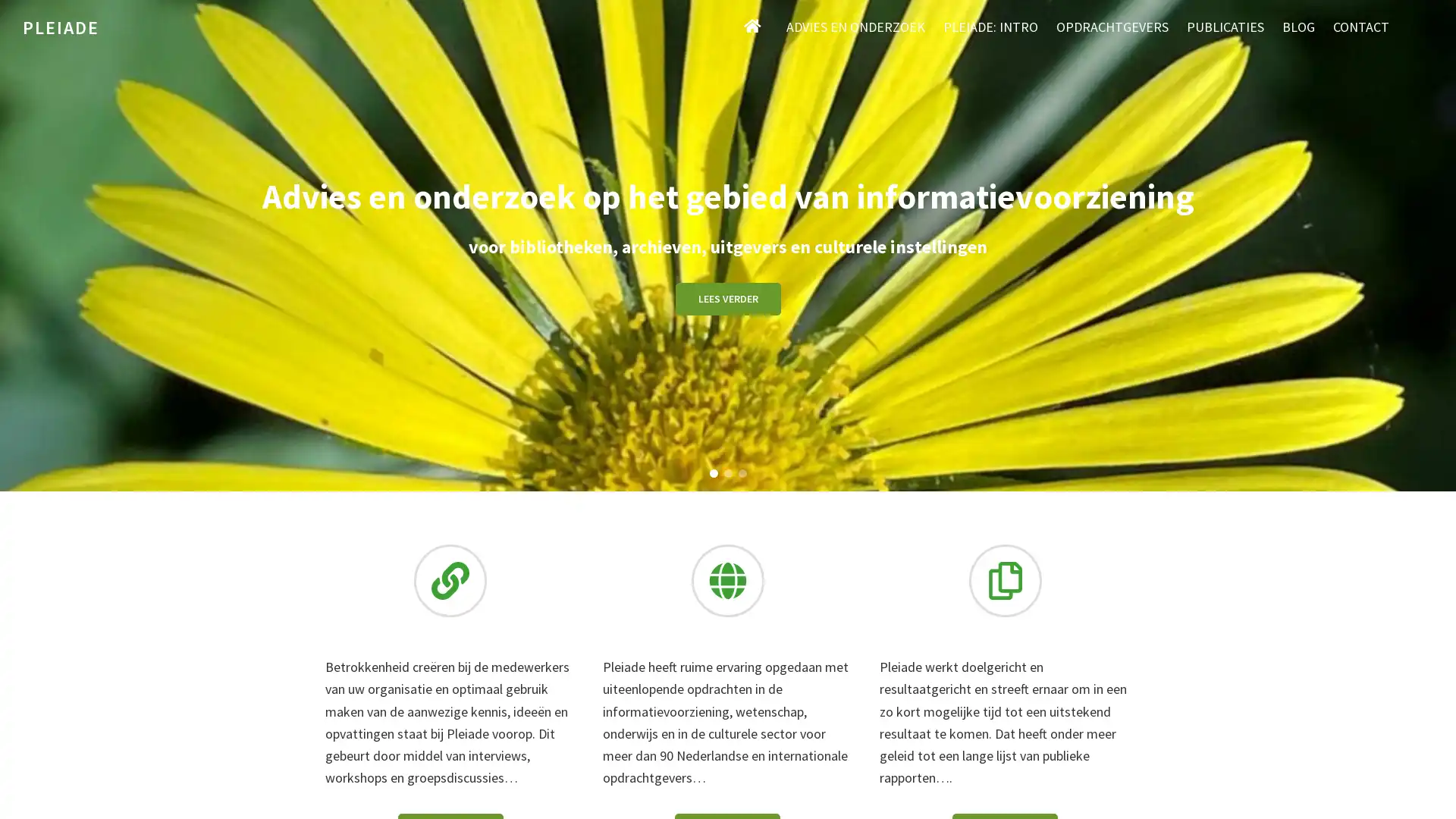 This screenshot has height=819, width=1456. What do you see at coordinates (726, 472) in the screenshot?
I see `Go to slide 2` at bounding box center [726, 472].